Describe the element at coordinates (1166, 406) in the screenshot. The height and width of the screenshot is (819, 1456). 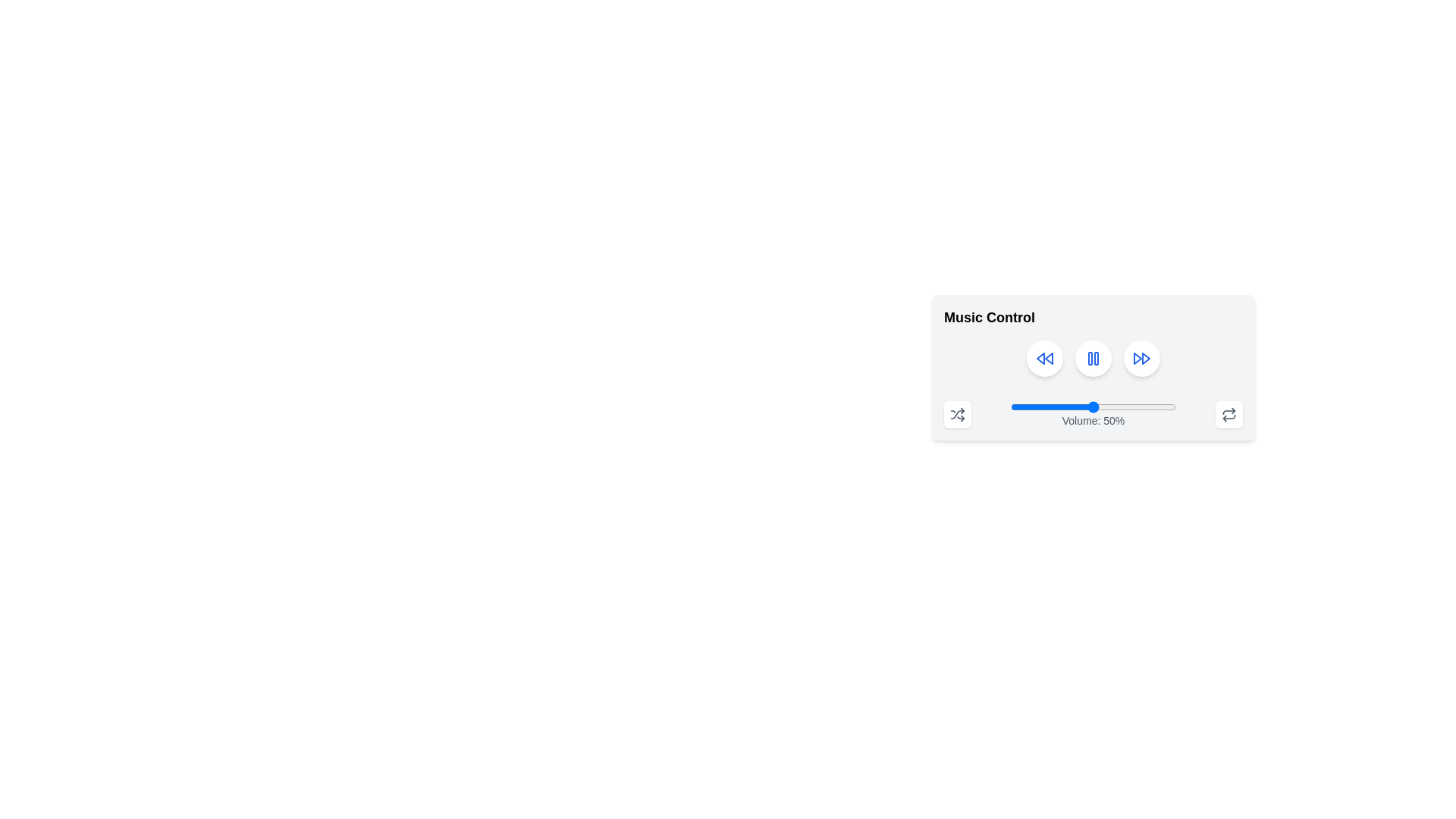
I see `the volume` at that location.